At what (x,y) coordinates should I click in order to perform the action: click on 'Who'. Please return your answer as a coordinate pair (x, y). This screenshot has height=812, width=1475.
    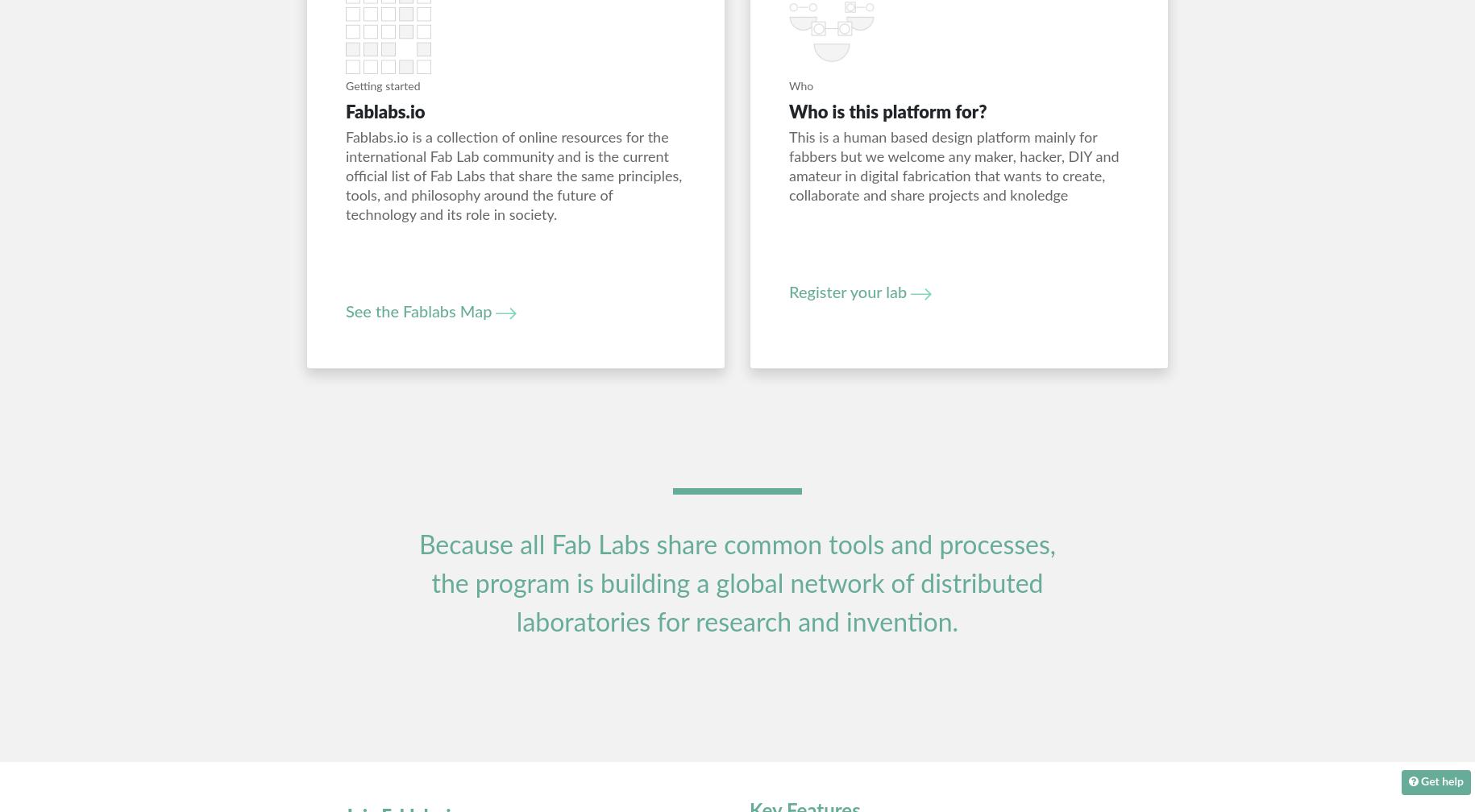
    Looking at the image, I should click on (800, 86).